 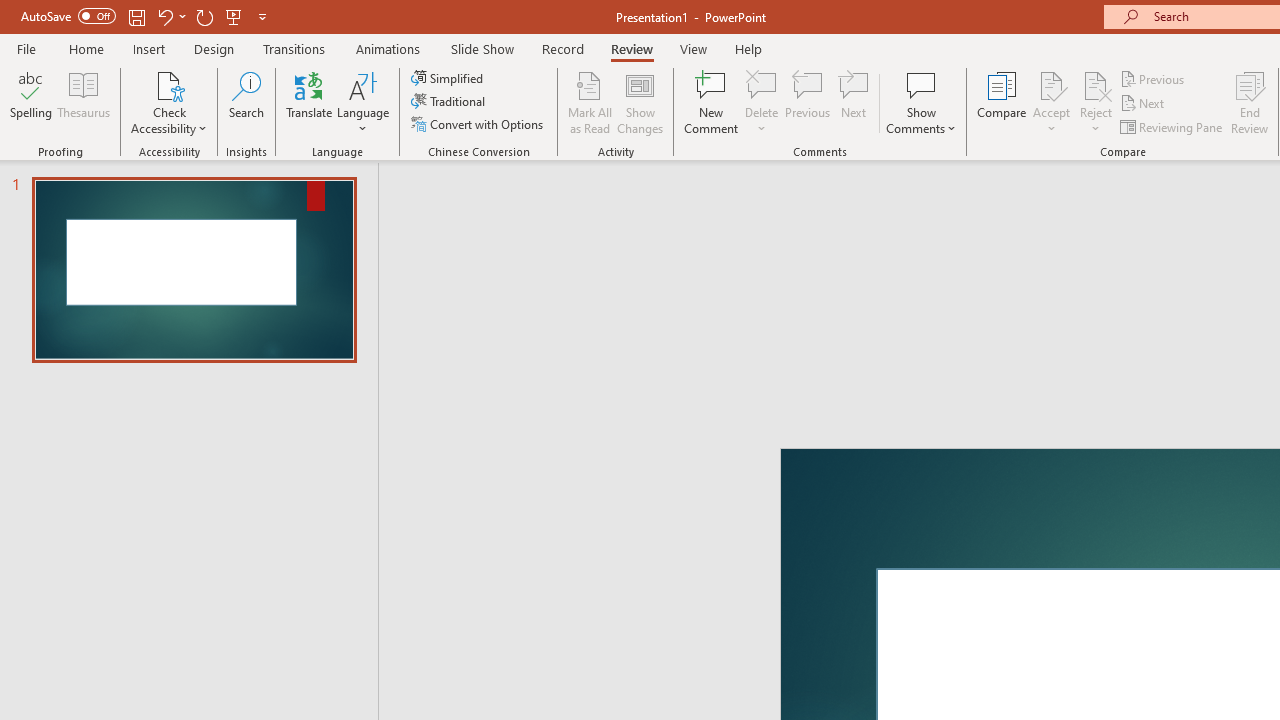 I want to click on 'Show Comments', so click(x=920, y=103).